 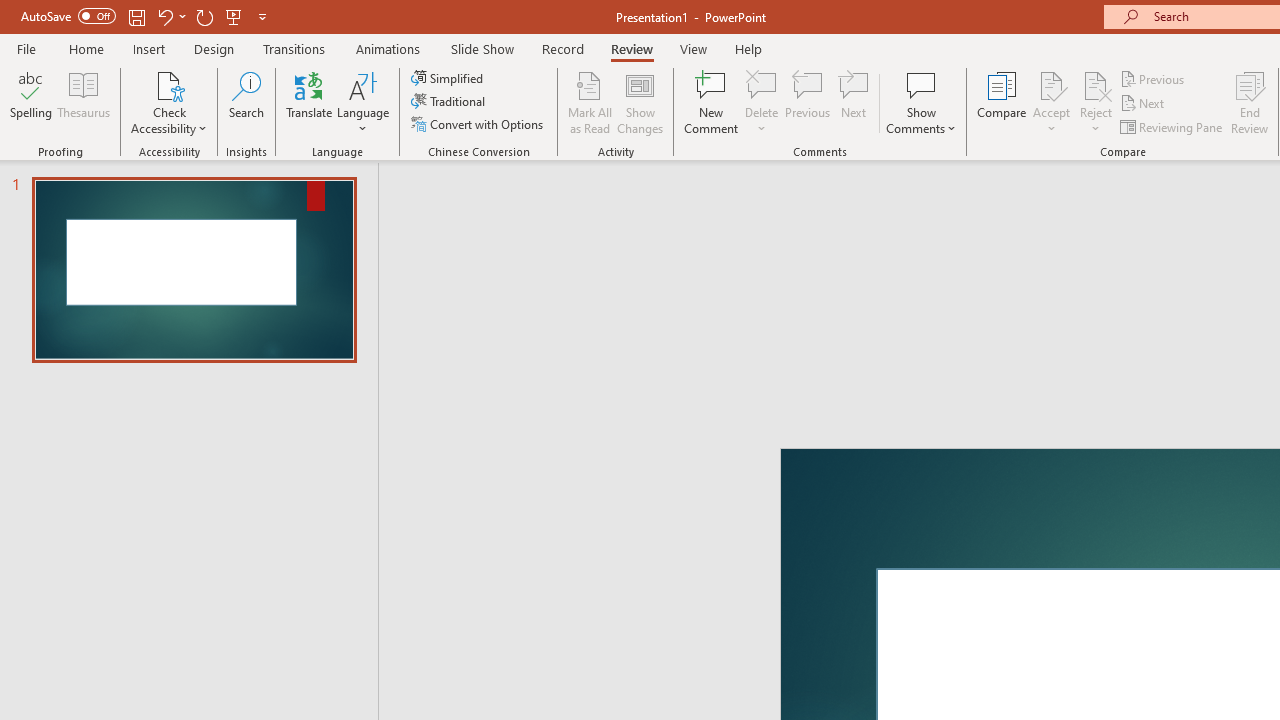 I want to click on 'Show Comments', so click(x=920, y=103).